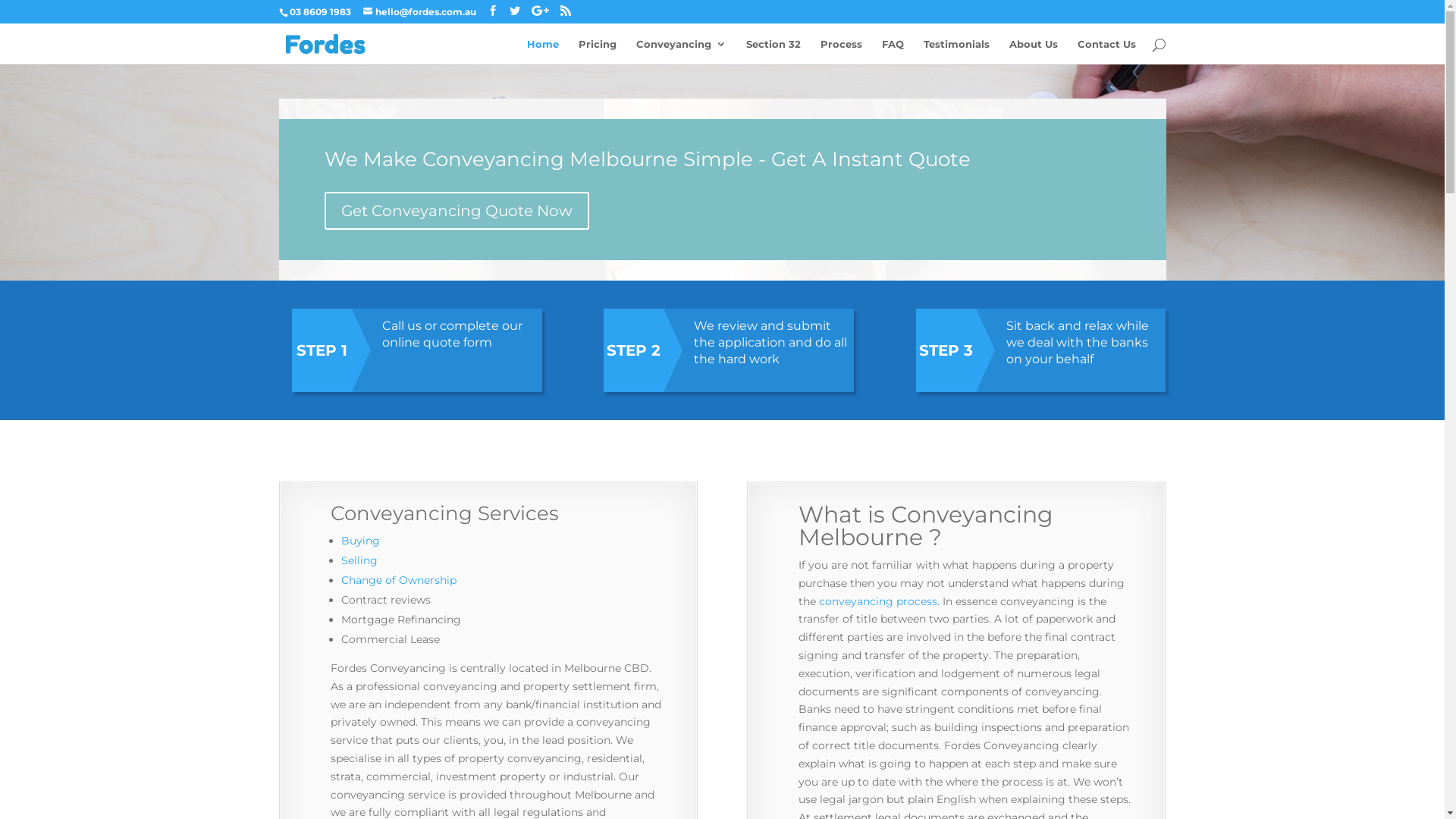 The image size is (1456, 819). I want to click on 'Pricing', so click(596, 51).